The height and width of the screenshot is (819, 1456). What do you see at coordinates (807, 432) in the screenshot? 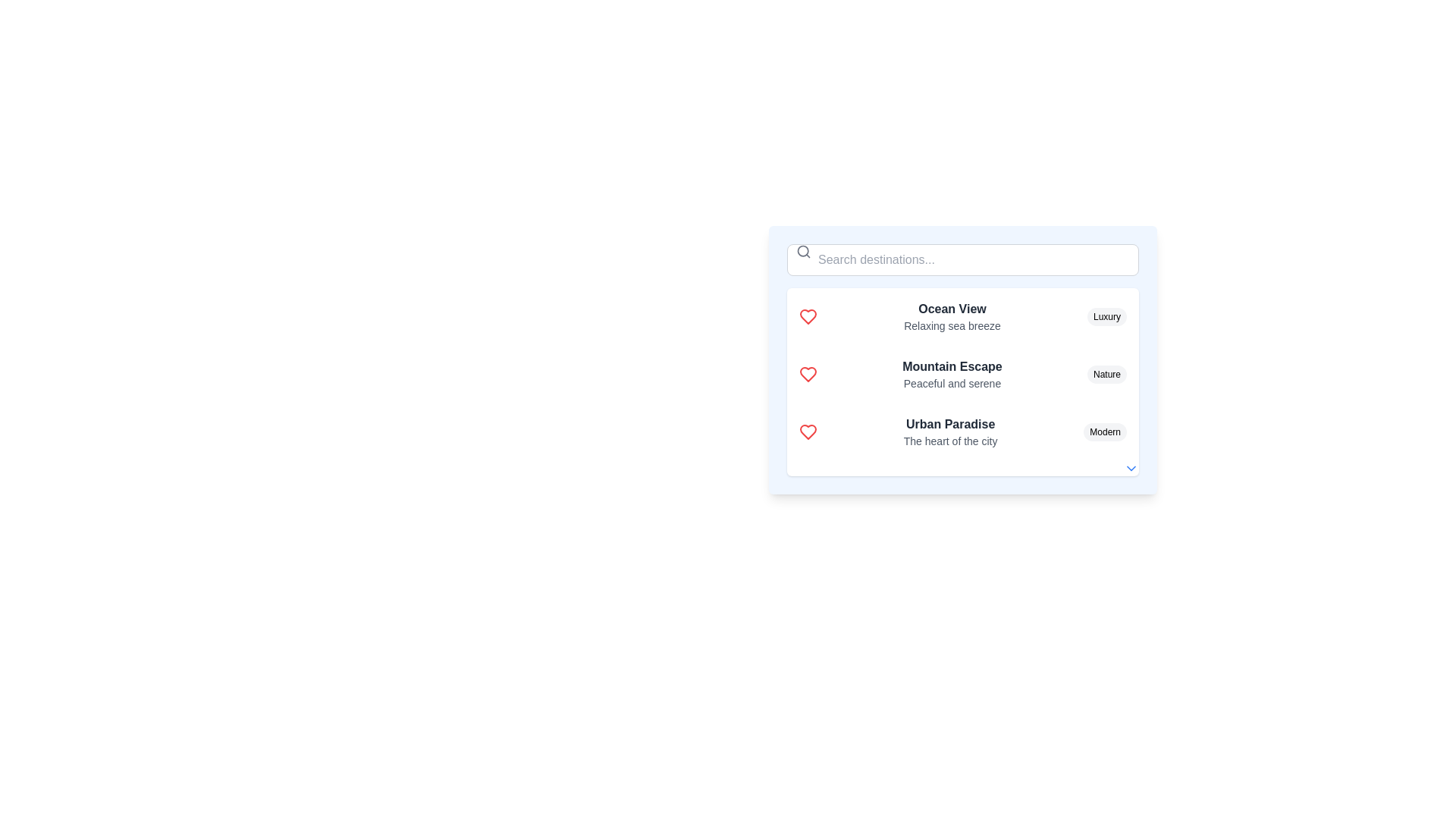
I see `the heart icon located to the left of the 'Urban Paradise' text to mark it as a favorite` at bounding box center [807, 432].